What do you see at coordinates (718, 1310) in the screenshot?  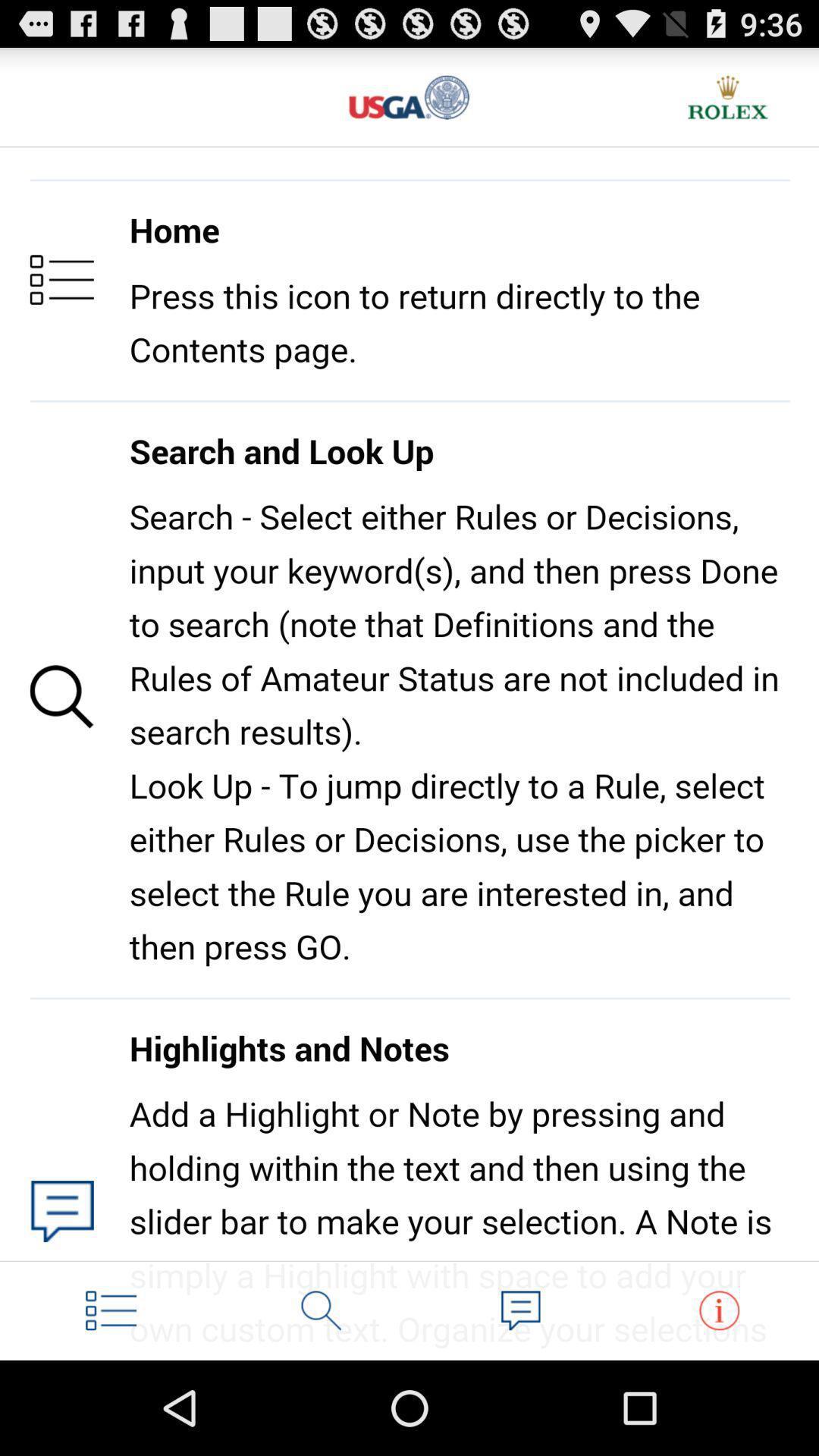 I see `instruction` at bounding box center [718, 1310].